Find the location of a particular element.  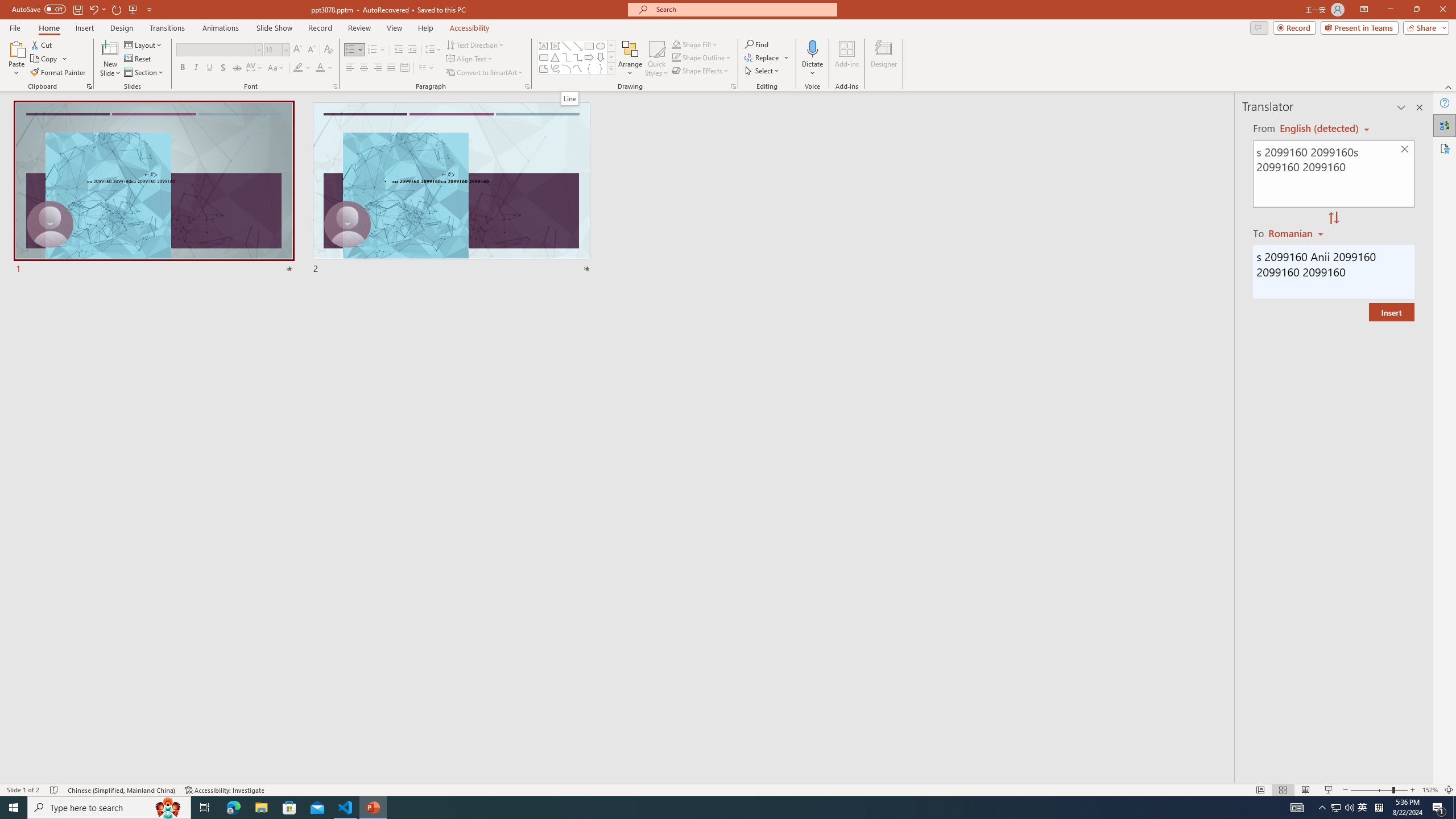

'Italic' is located at coordinates (195, 67).